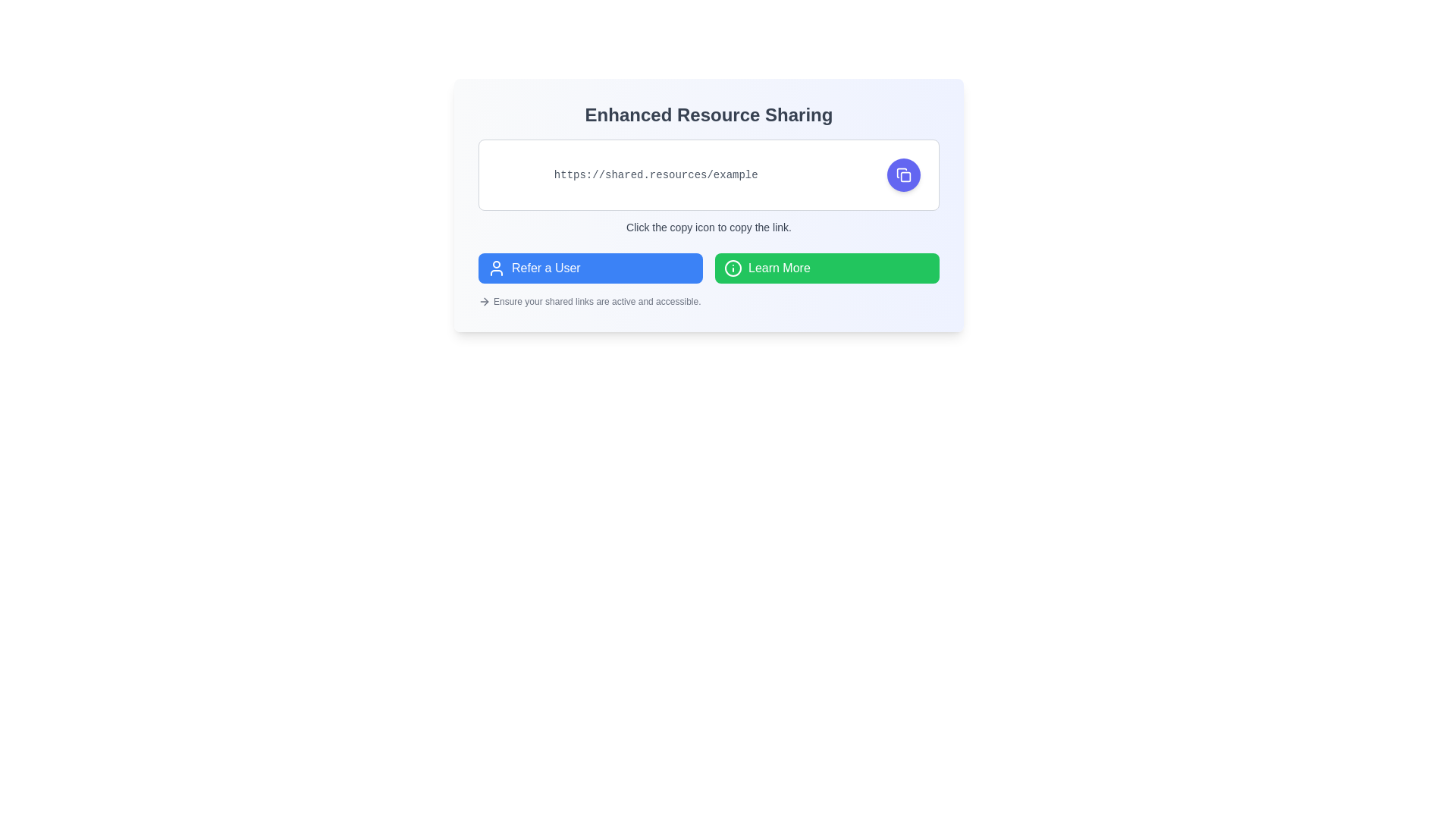  Describe the element at coordinates (483, 301) in the screenshot. I see `the small right-pointing arrow icon with a minimalist design, located at the left end of a text section that includes the message 'Ensure your shared links are active and accessible.'` at that location.